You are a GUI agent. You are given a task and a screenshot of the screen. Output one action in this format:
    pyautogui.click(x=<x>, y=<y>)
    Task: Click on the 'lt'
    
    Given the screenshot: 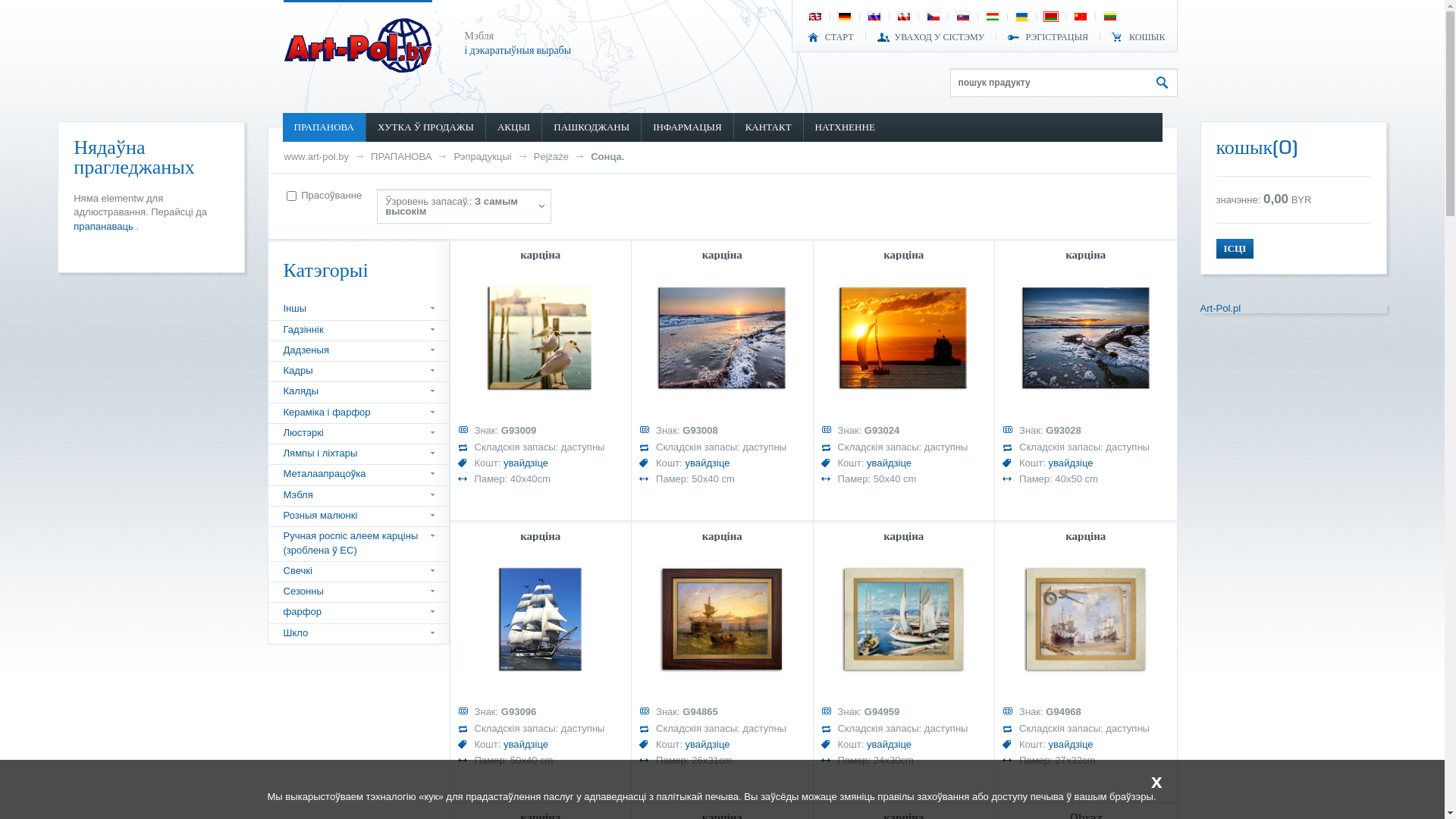 What is the action you would take?
    pyautogui.click(x=1110, y=17)
    